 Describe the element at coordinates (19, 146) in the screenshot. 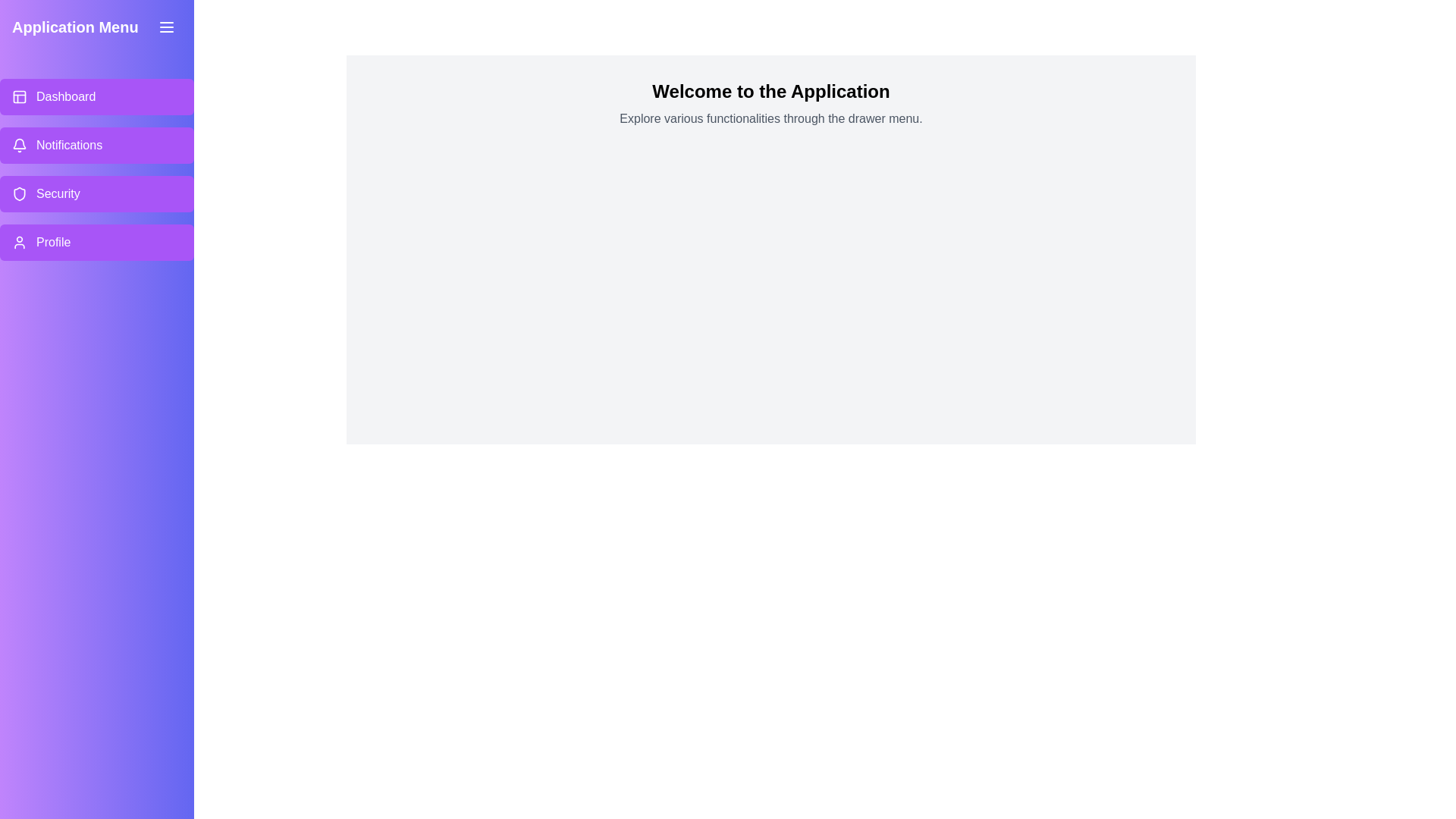

I see `the menu item labeled Notifications to explore its associated icon` at that location.